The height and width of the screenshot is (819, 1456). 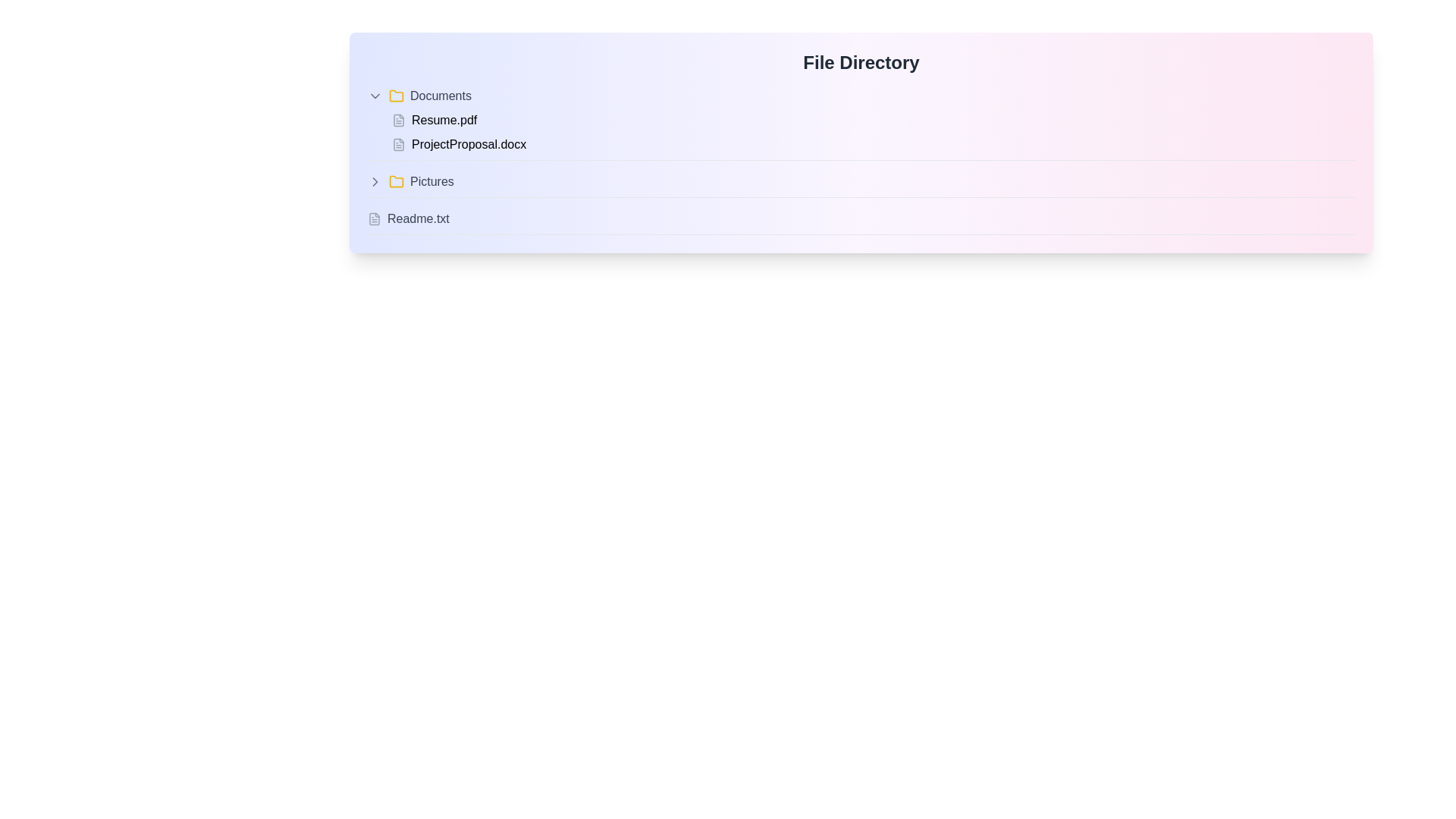 I want to click on the folder icon, which is a yellow minimalistic icon with rounded edges located to the left of the 'Documents' label and below a chevron-down icon, so click(x=397, y=96).